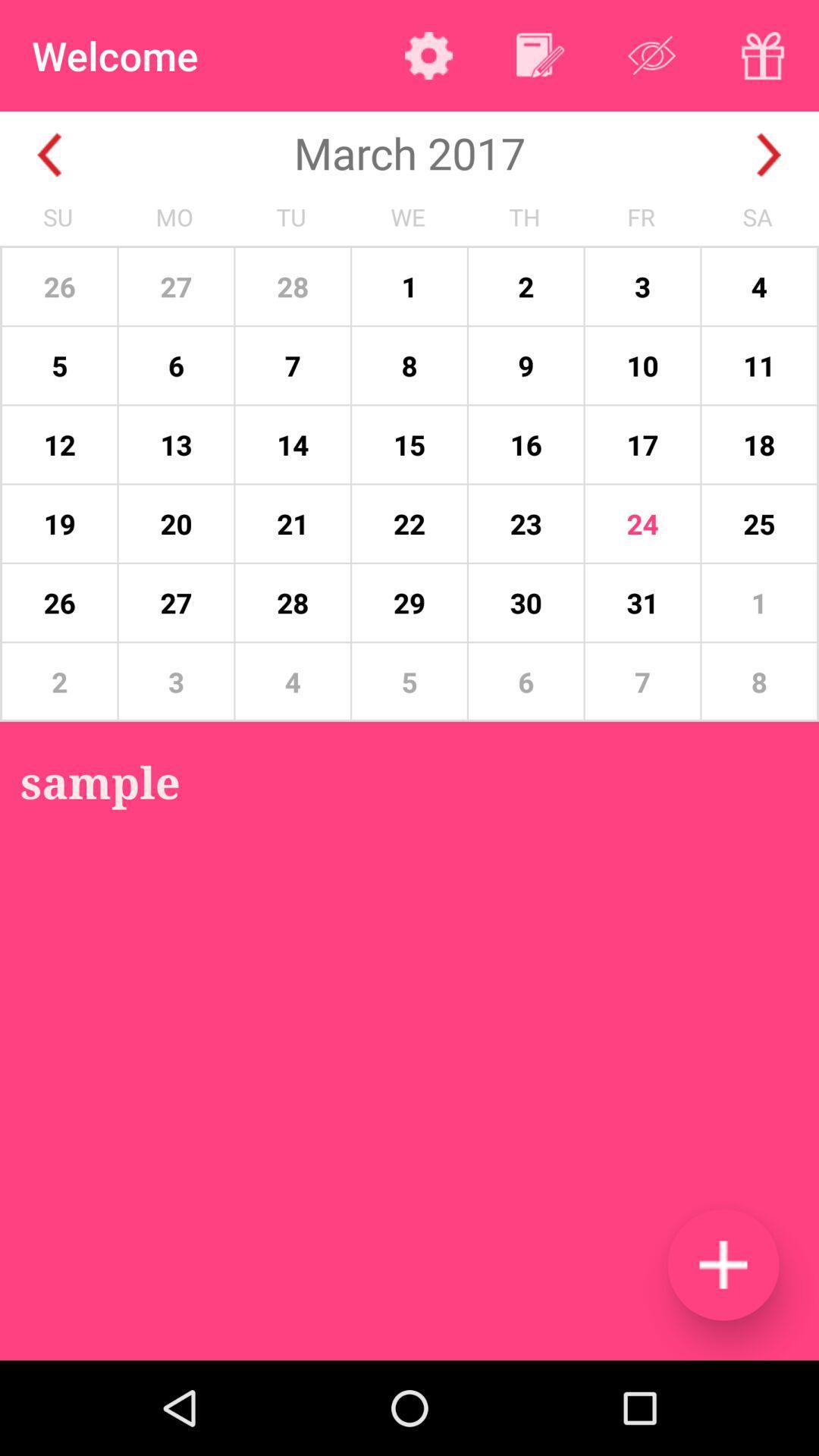 This screenshot has width=819, height=1456. Describe the element at coordinates (539, 55) in the screenshot. I see `write a diary entry` at that location.